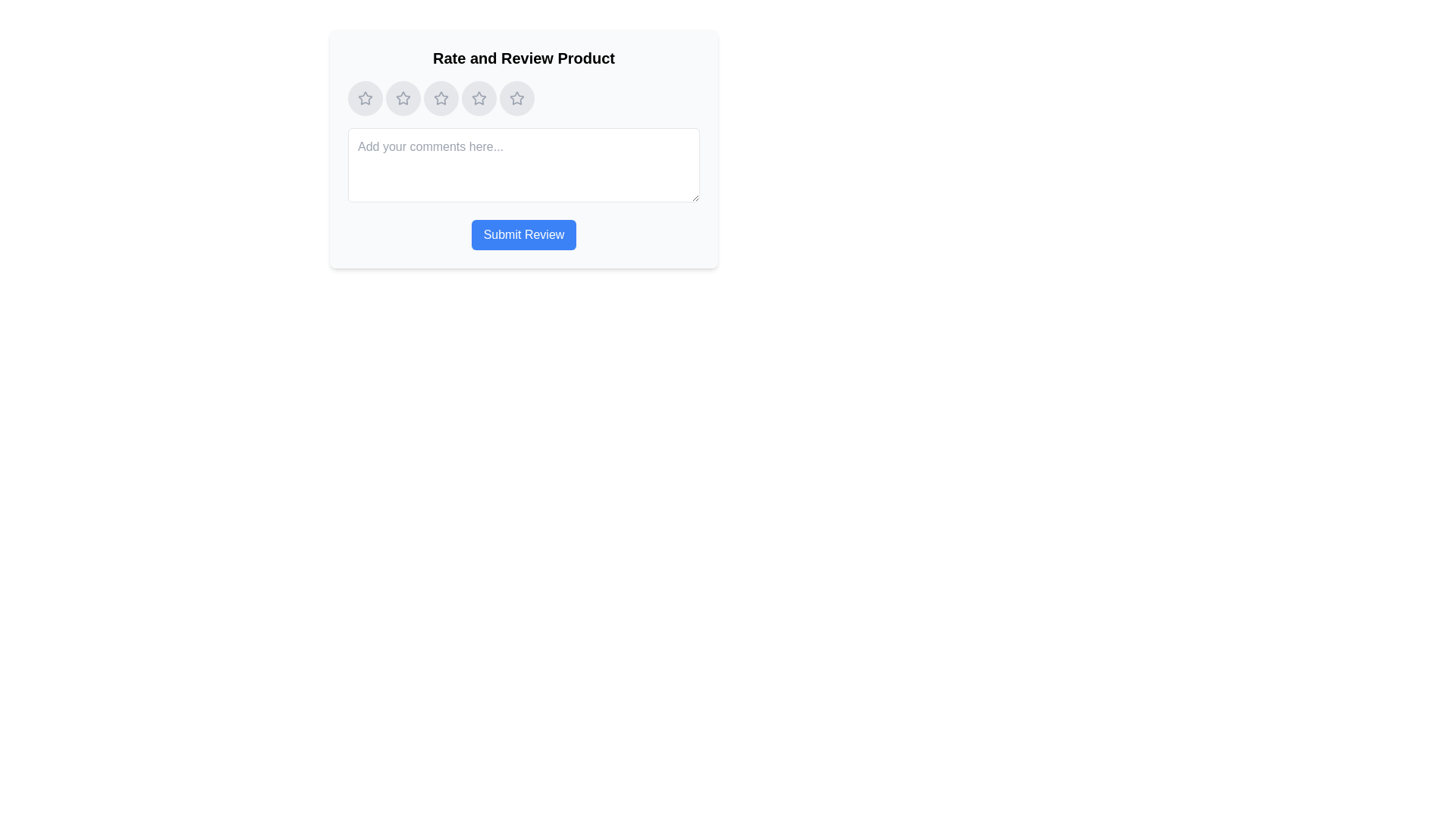  What do you see at coordinates (365, 99) in the screenshot?
I see `the leftmost rating button located below the 'Rate and Review Product' text and above the comments input box via keyboard navigation` at bounding box center [365, 99].